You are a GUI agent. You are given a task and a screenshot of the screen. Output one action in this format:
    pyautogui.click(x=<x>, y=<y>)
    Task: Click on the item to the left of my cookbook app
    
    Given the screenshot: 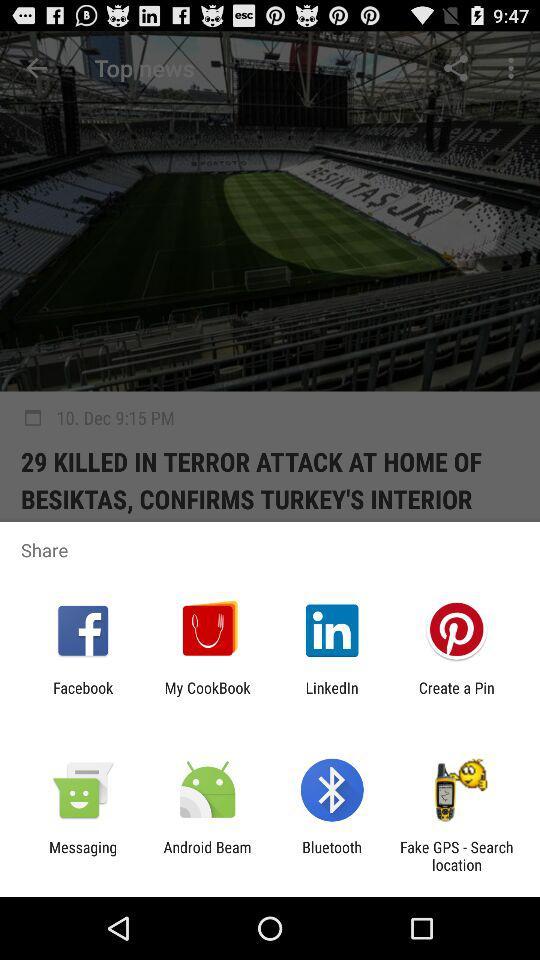 What is the action you would take?
    pyautogui.click(x=82, y=696)
    